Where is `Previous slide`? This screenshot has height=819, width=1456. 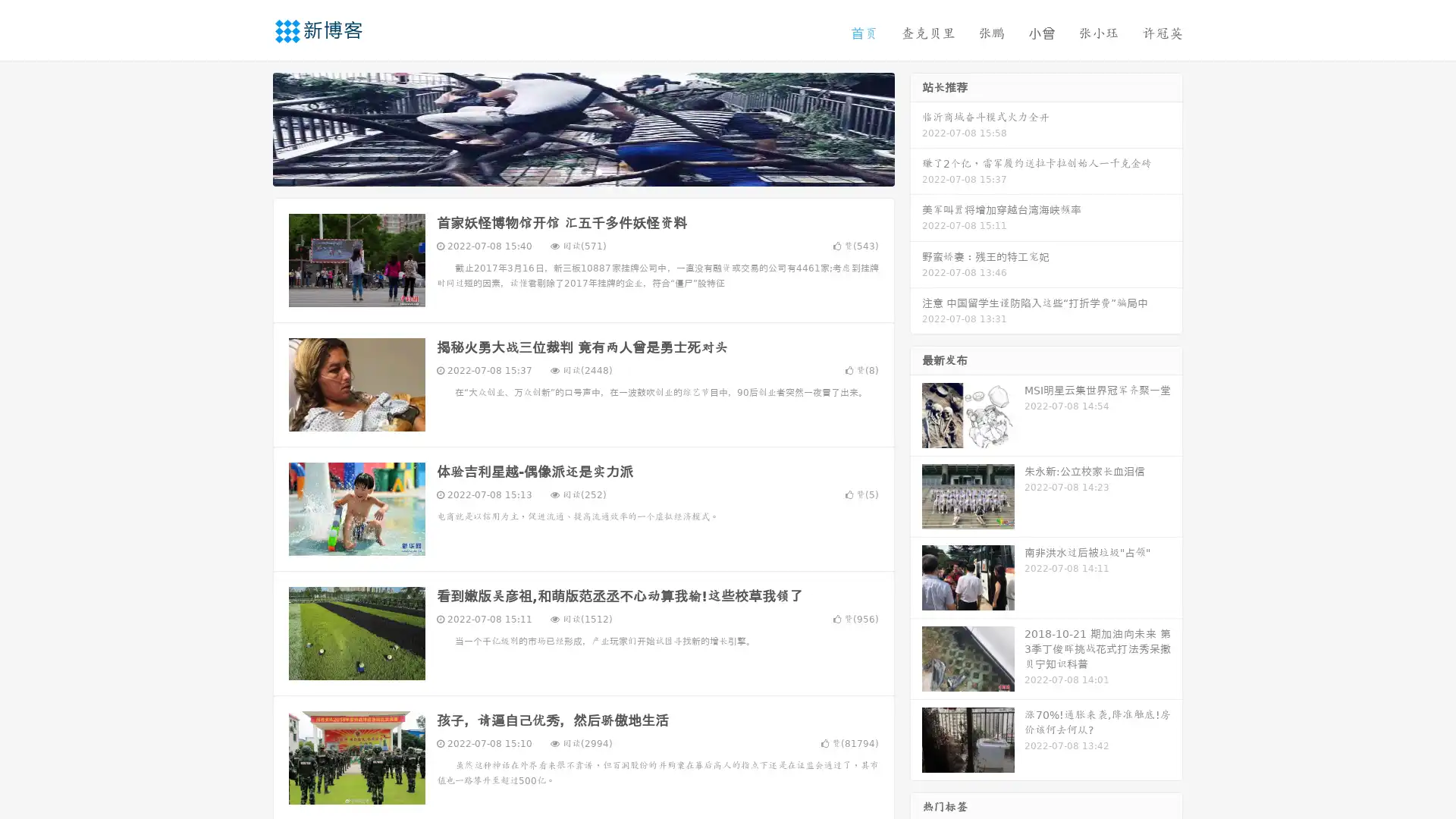 Previous slide is located at coordinates (250, 127).